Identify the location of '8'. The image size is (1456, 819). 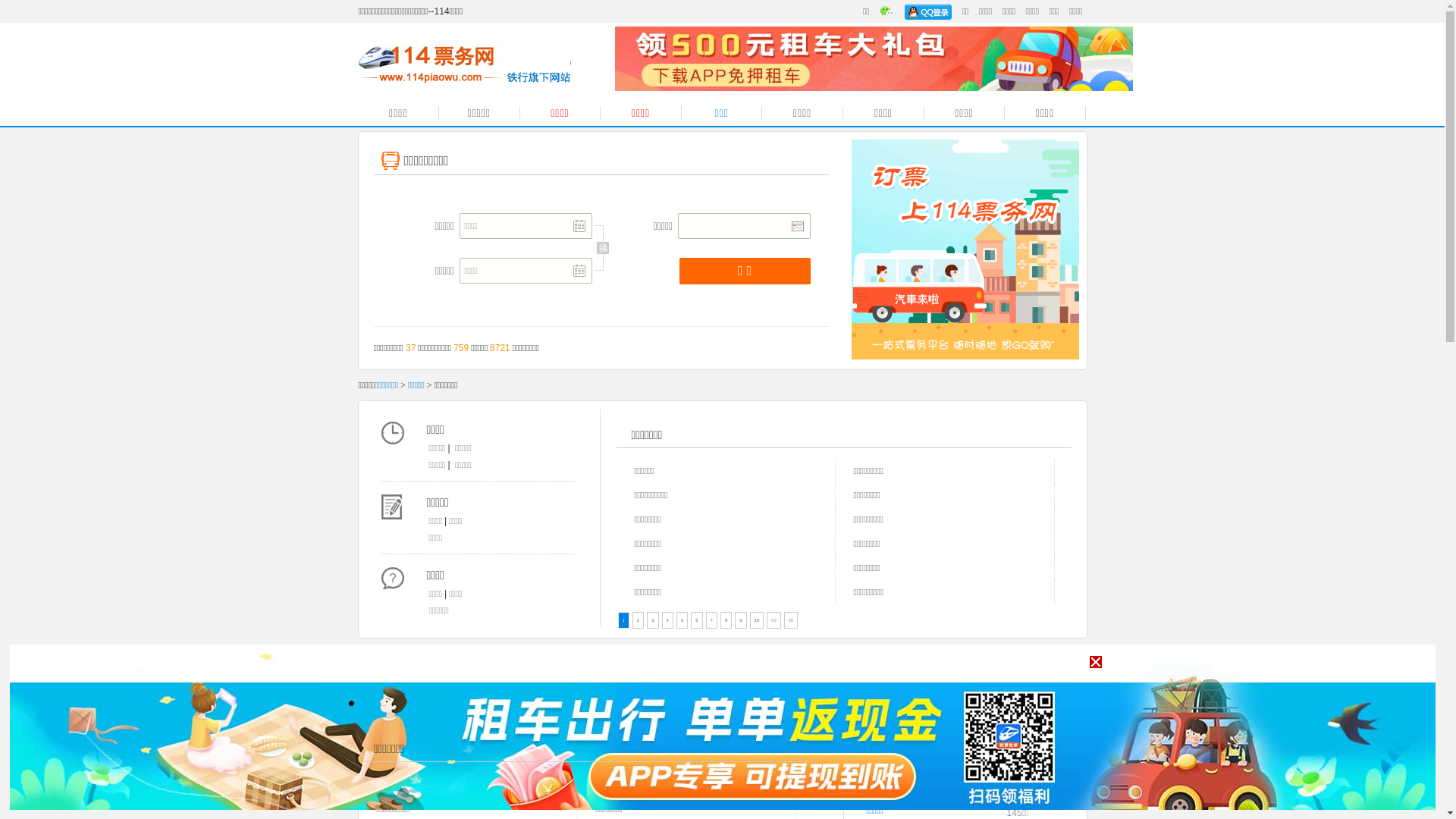
(725, 620).